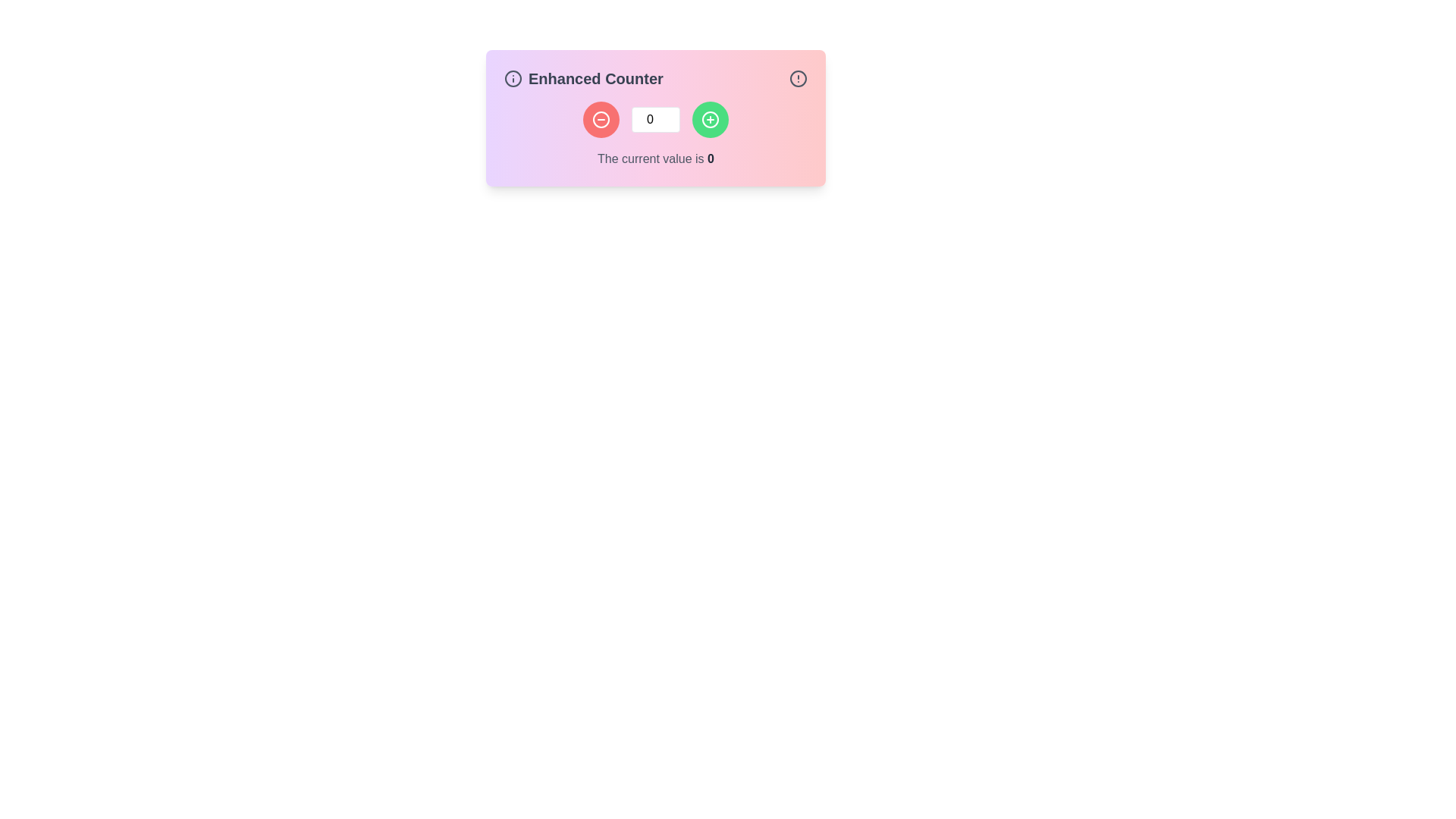 The height and width of the screenshot is (819, 1456). I want to click on the SVG Circle located in the upper-left section of the rounded rectangular interface, surrounded by a plus button and a central value display, so click(600, 119).